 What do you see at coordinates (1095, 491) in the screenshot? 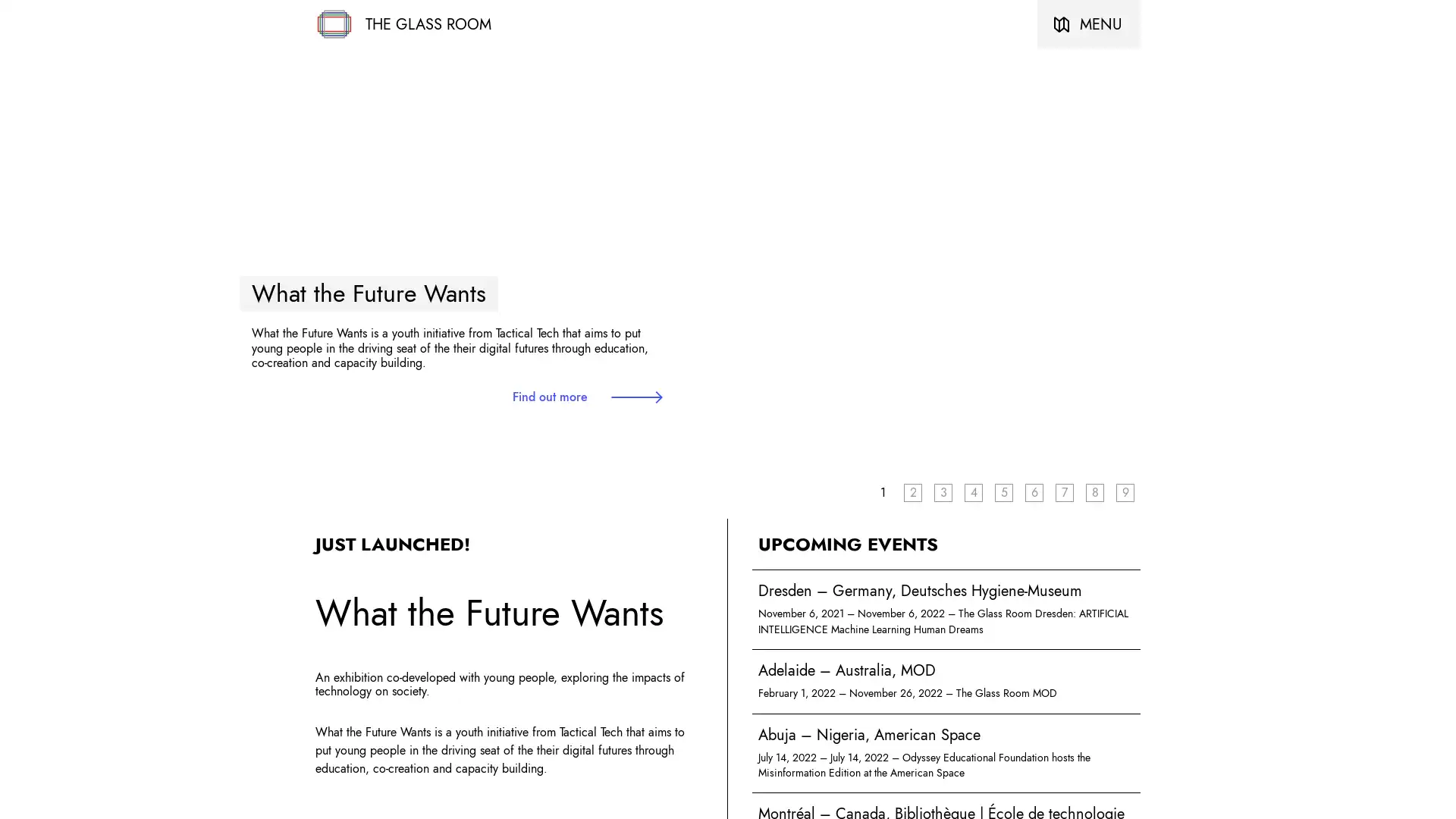
I see `slide item 8` at bounding box center [1095, 491].